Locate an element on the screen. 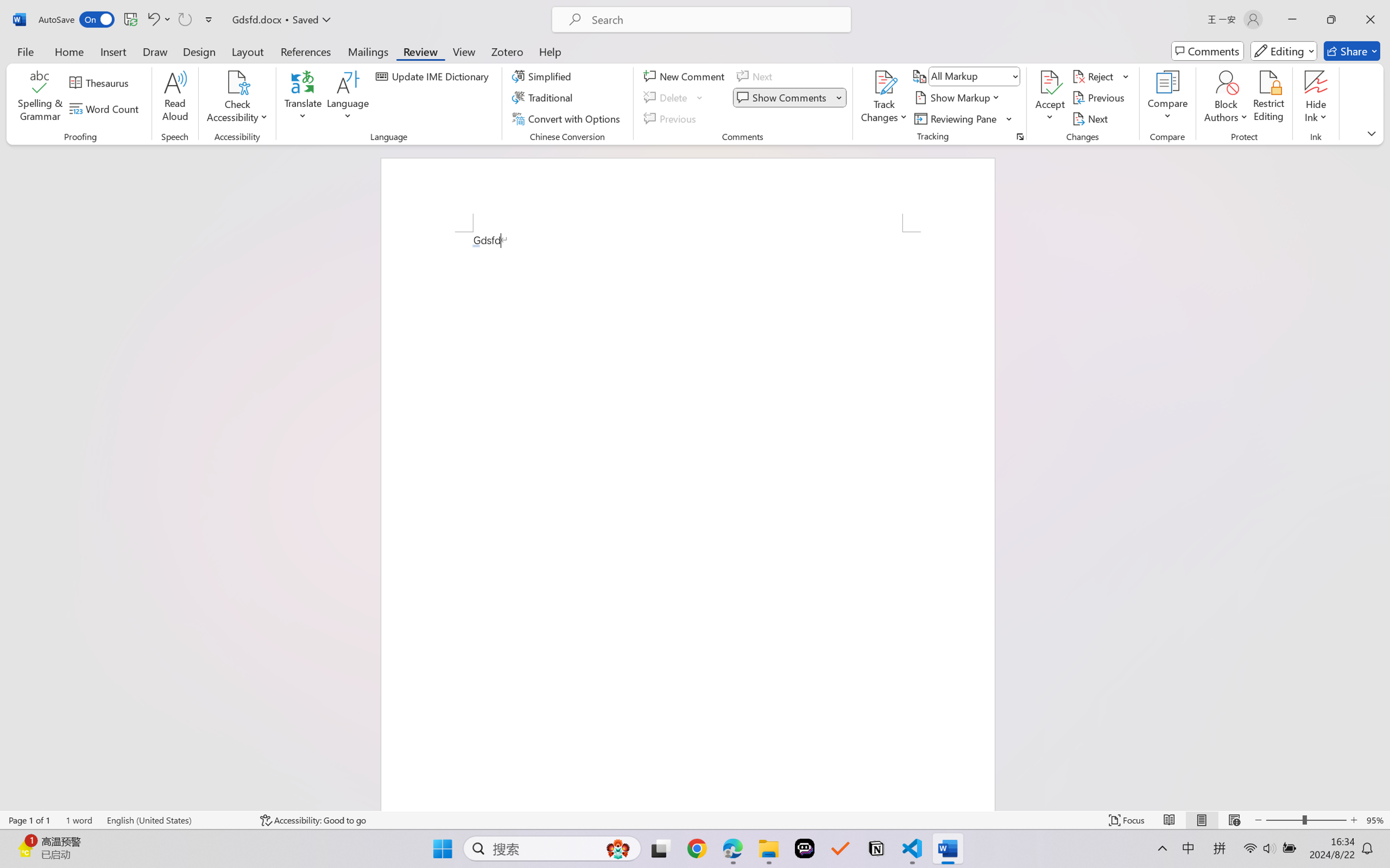  'Spelling & Grammar' is located at coordinates (40, 98).